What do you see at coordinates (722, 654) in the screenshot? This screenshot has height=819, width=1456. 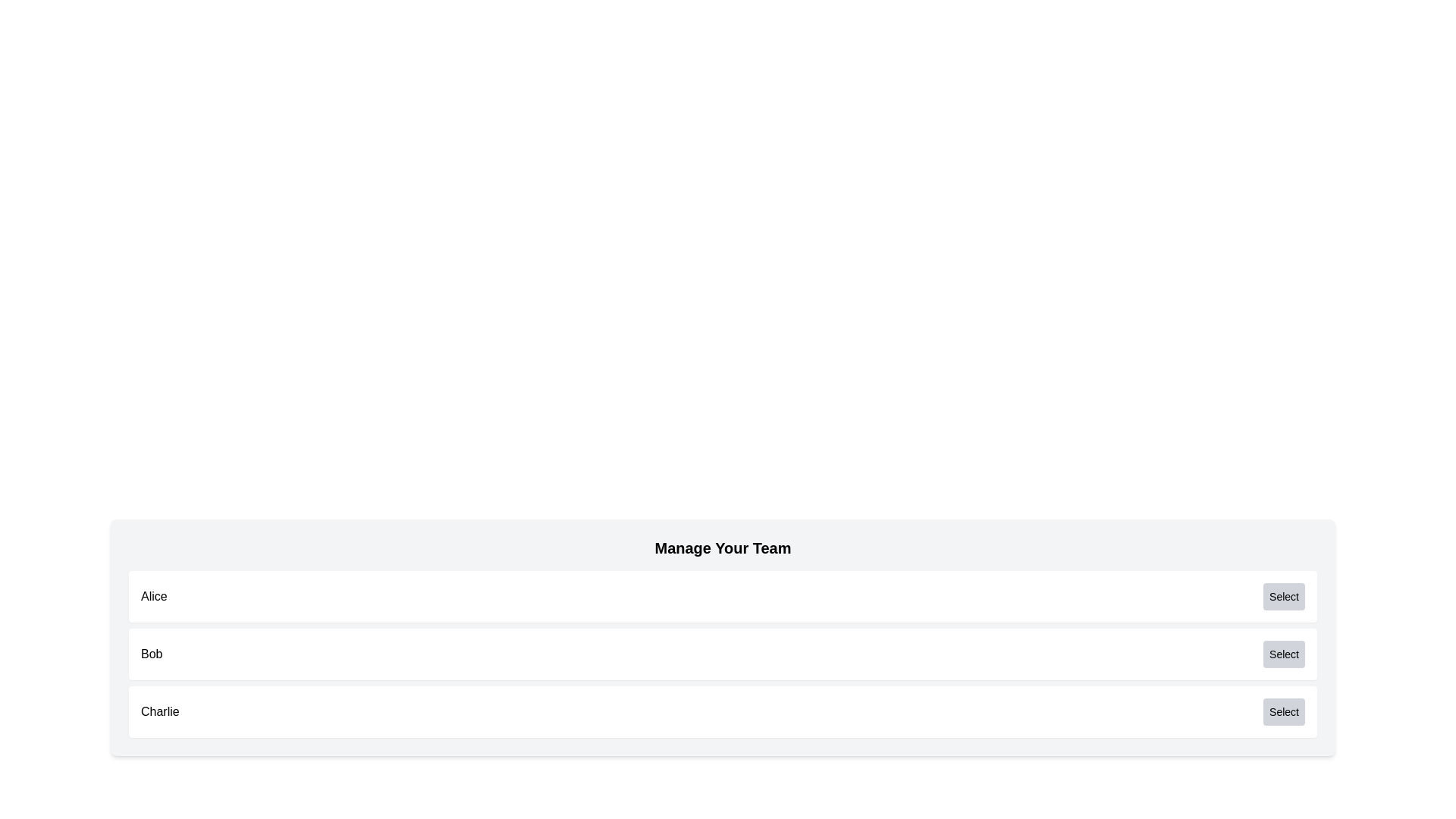 I see `text in the user entry for 'Bob', which is the second entry in a vertical list of user entries` at bounding box center [722, 654].